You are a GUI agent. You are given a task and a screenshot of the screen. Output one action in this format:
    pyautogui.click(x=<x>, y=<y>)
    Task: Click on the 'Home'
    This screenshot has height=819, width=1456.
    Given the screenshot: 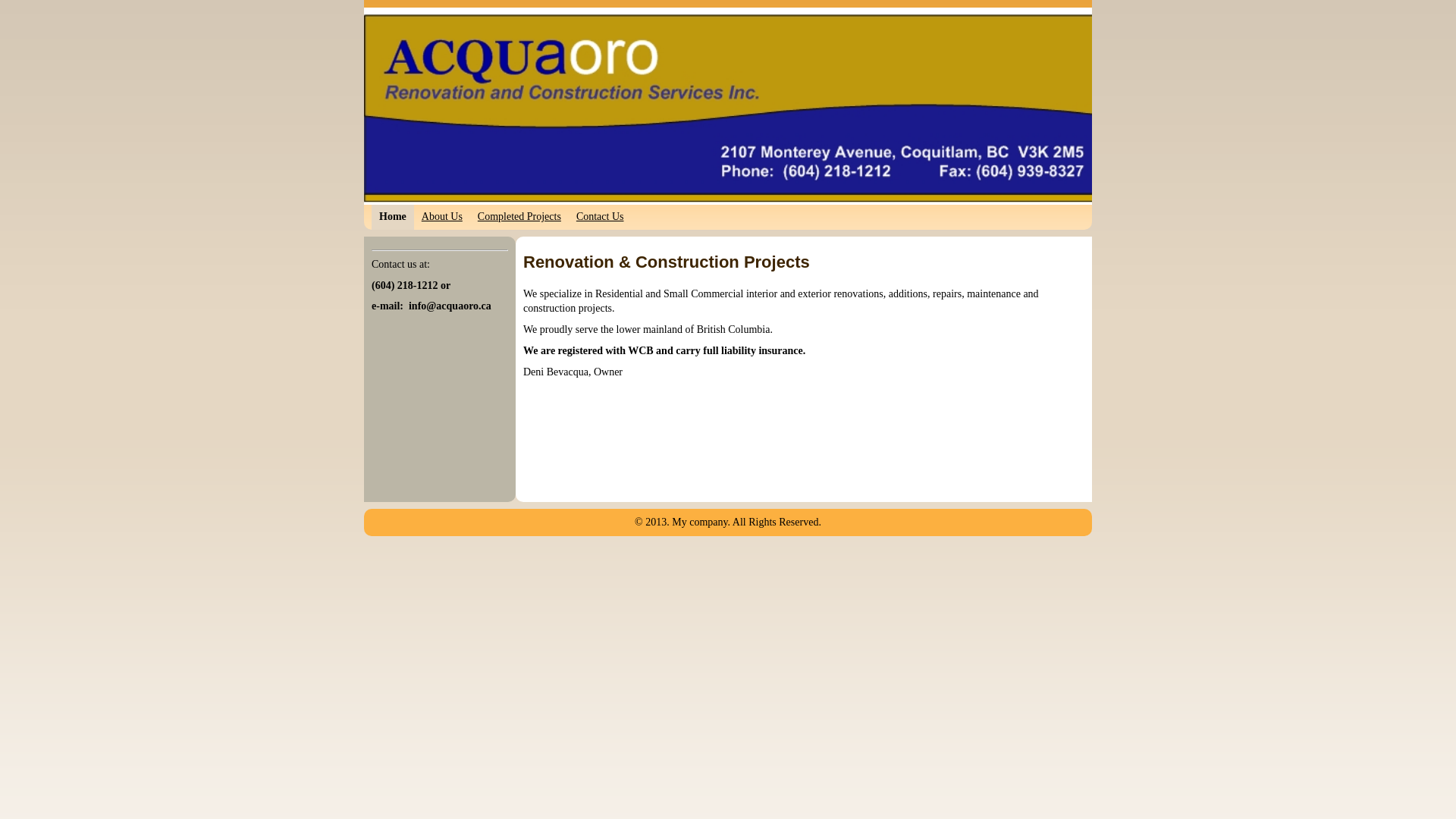 What is the action you would take?
    pyautogui.click(x=393, y=217)
    